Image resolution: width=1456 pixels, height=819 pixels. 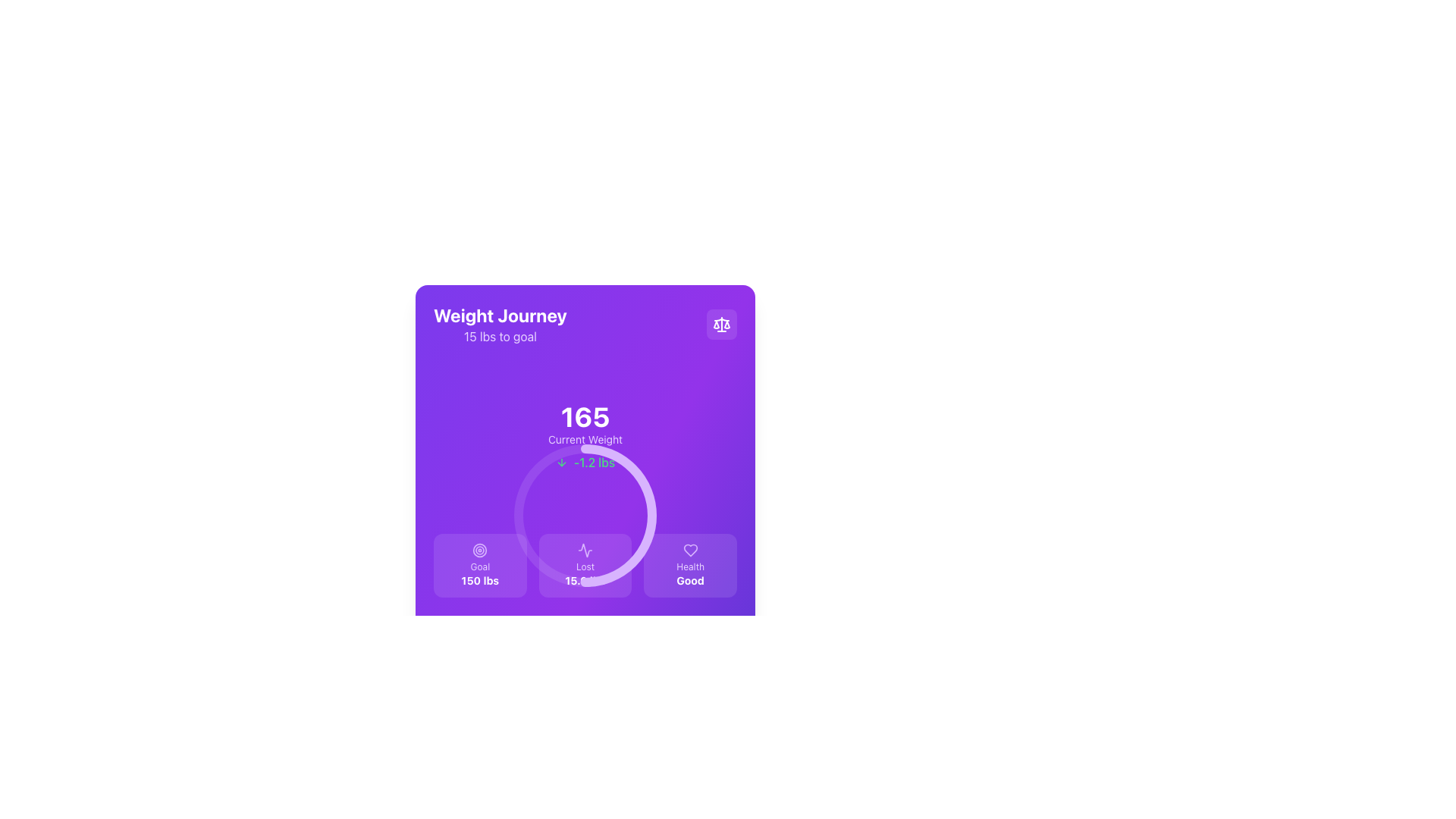 What do you see at coordinates (585, 461) in the screenshot?
I see `displayed information from the text element indicating a weight decrease of '-1.2 lbs', which is positioned under the main weight value '165'` at bounding box center [585, 461].